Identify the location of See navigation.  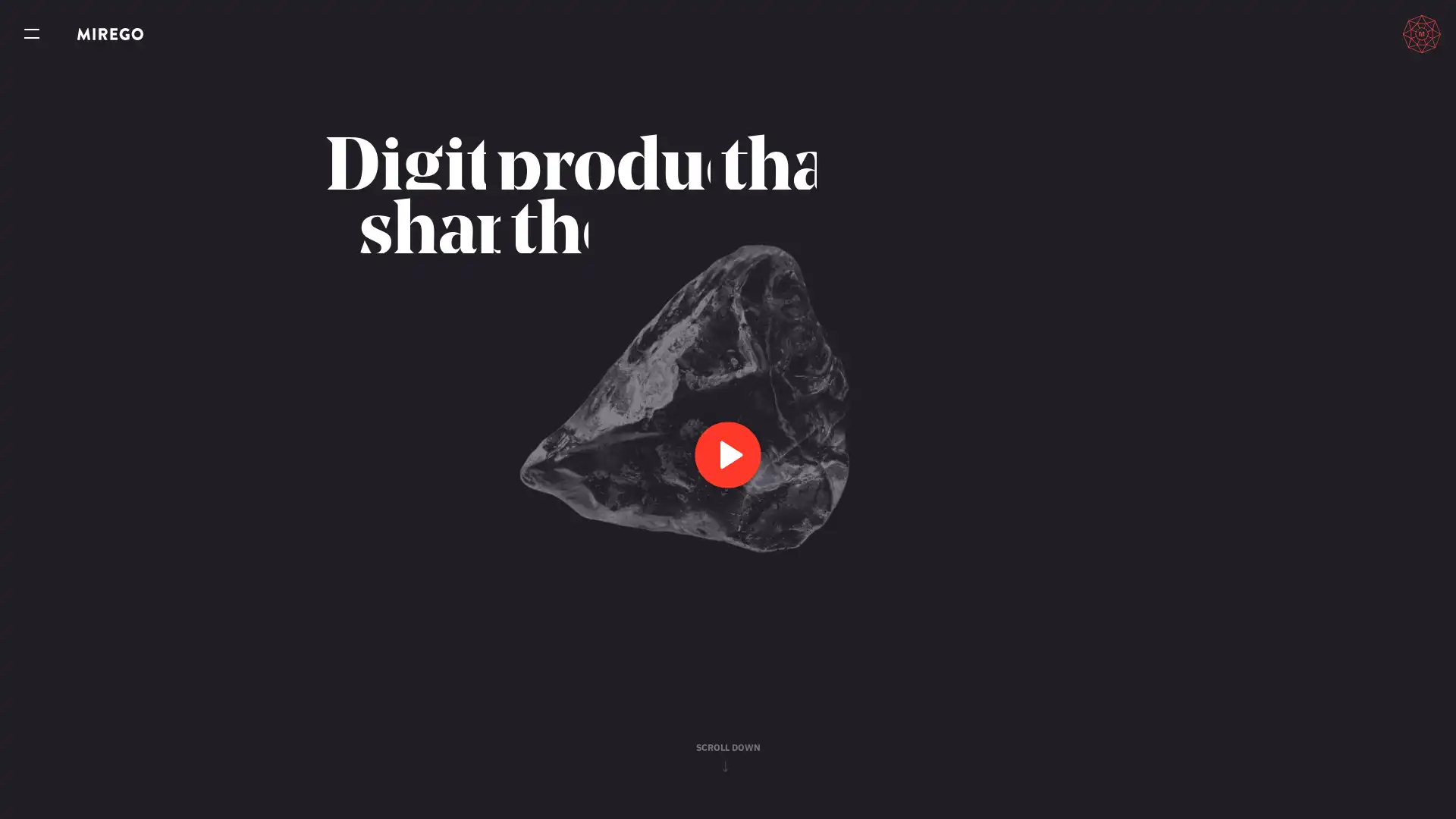
(32, 34).